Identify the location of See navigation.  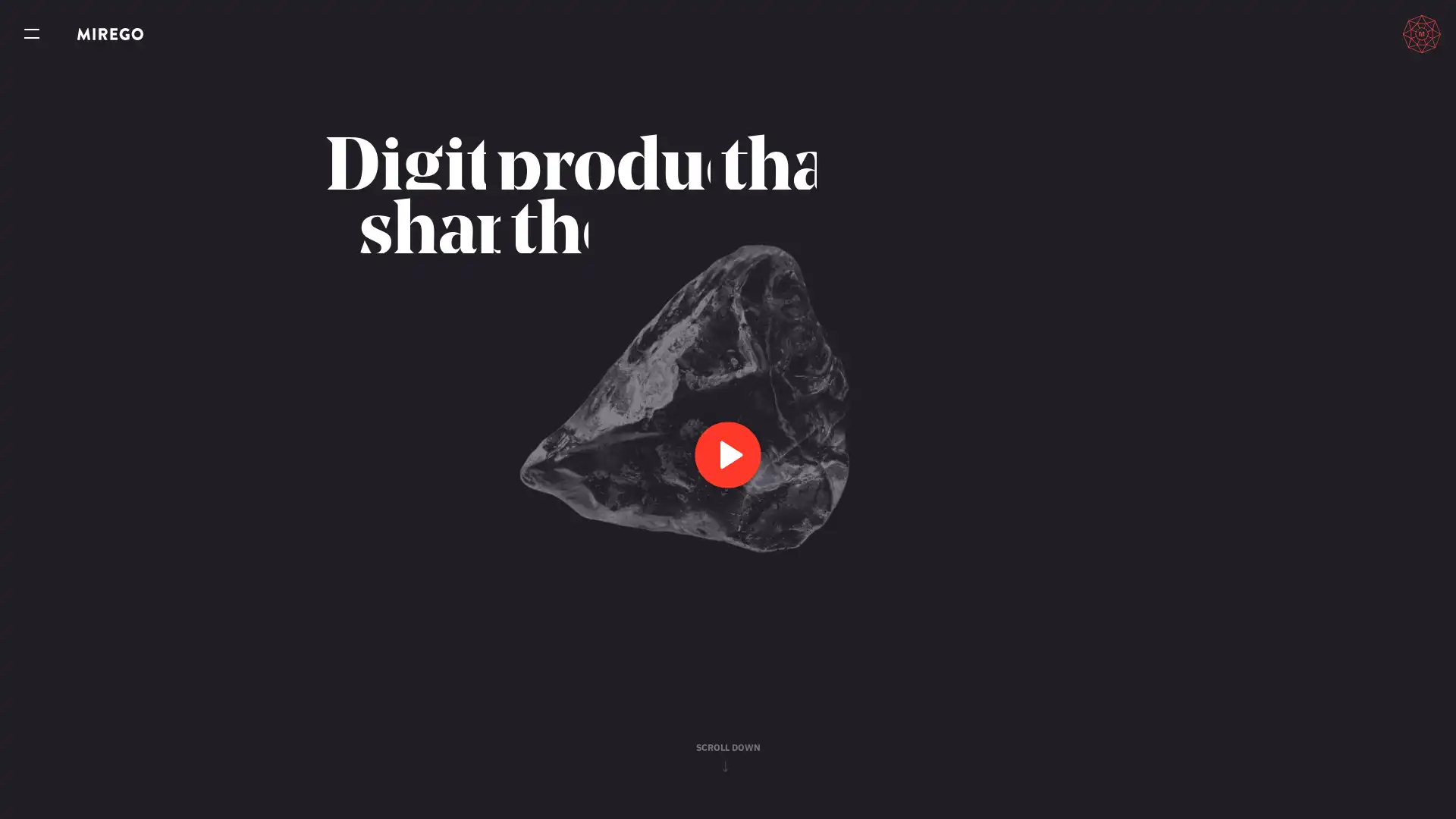
(32, 34).